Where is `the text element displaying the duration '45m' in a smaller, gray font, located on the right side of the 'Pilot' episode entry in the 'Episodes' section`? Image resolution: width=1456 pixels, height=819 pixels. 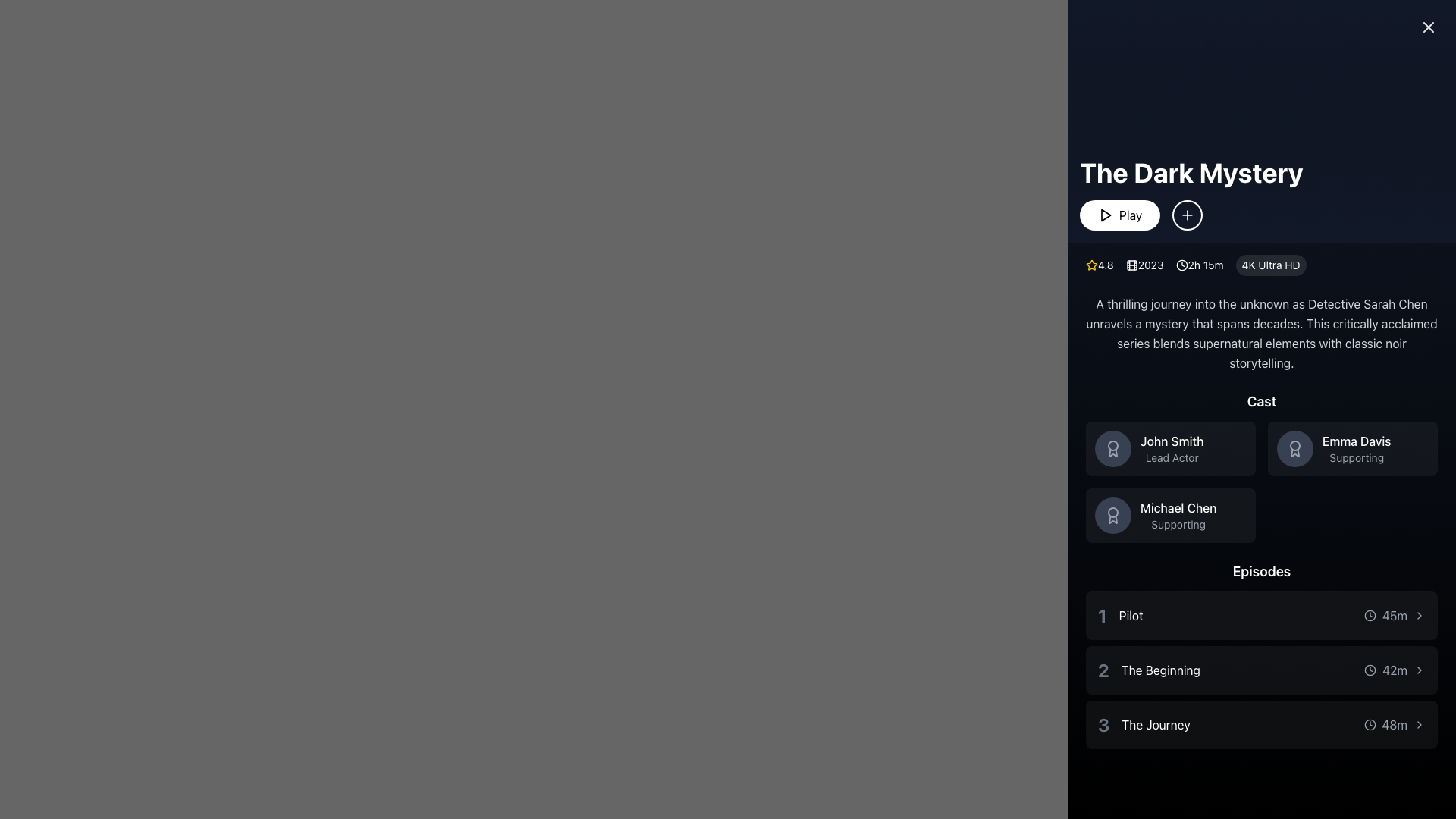 the text element displaying the duration '45m' in a smaller, gray font, located on the right side of the 'Pilot' episode entry in the 'Episodes' section is located at coordinates (1395, 616).